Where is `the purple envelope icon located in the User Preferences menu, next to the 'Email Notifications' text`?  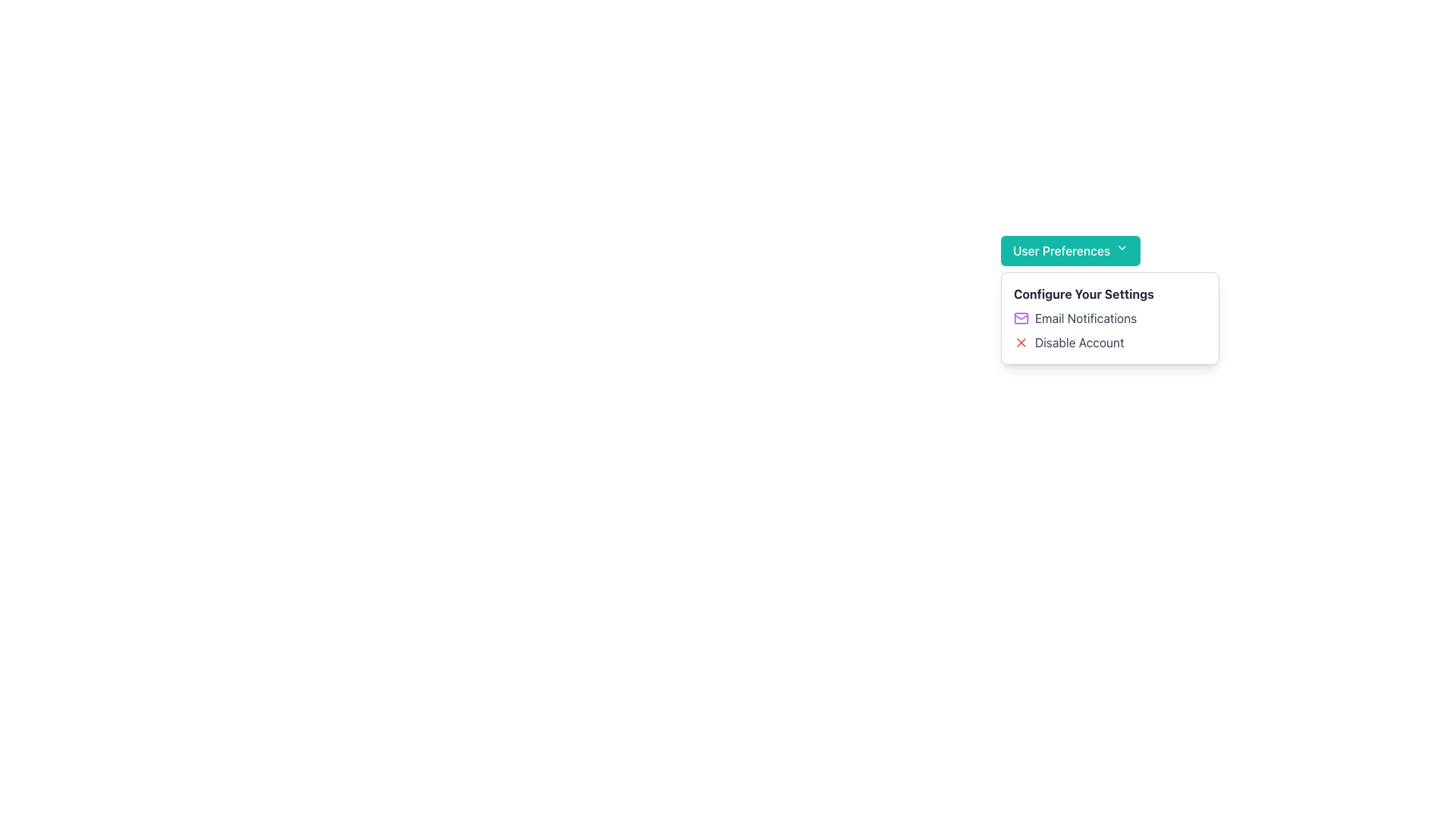
the purple envelope icon located in the User Preferences menu, next to the 'Email Notifications' text is located at coordinates (1021, 316).